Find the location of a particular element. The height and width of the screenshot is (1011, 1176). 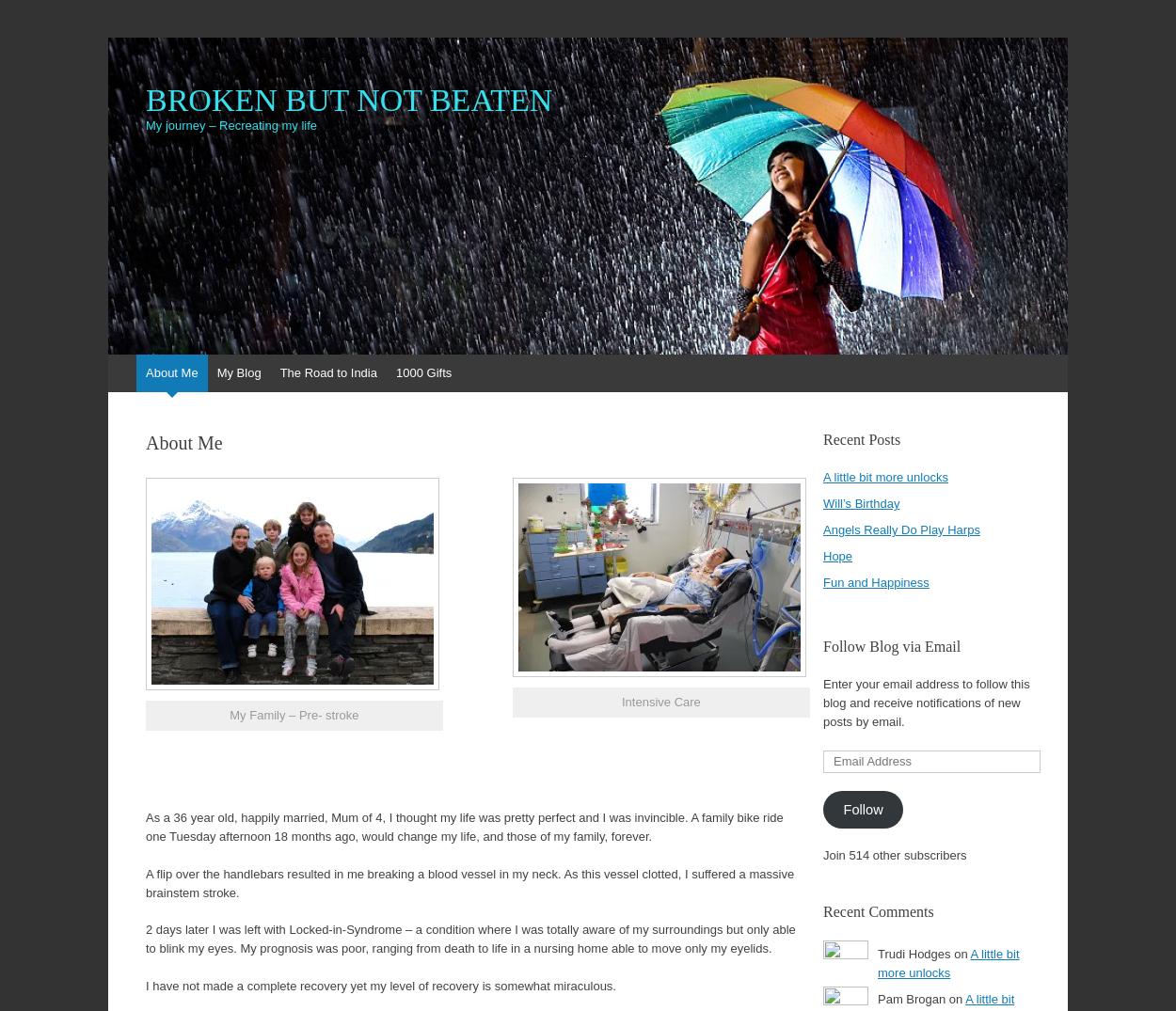

'Enter your email address to follow this blog and receive notifications of new posts by email.' is located at coordinates (823, 703).